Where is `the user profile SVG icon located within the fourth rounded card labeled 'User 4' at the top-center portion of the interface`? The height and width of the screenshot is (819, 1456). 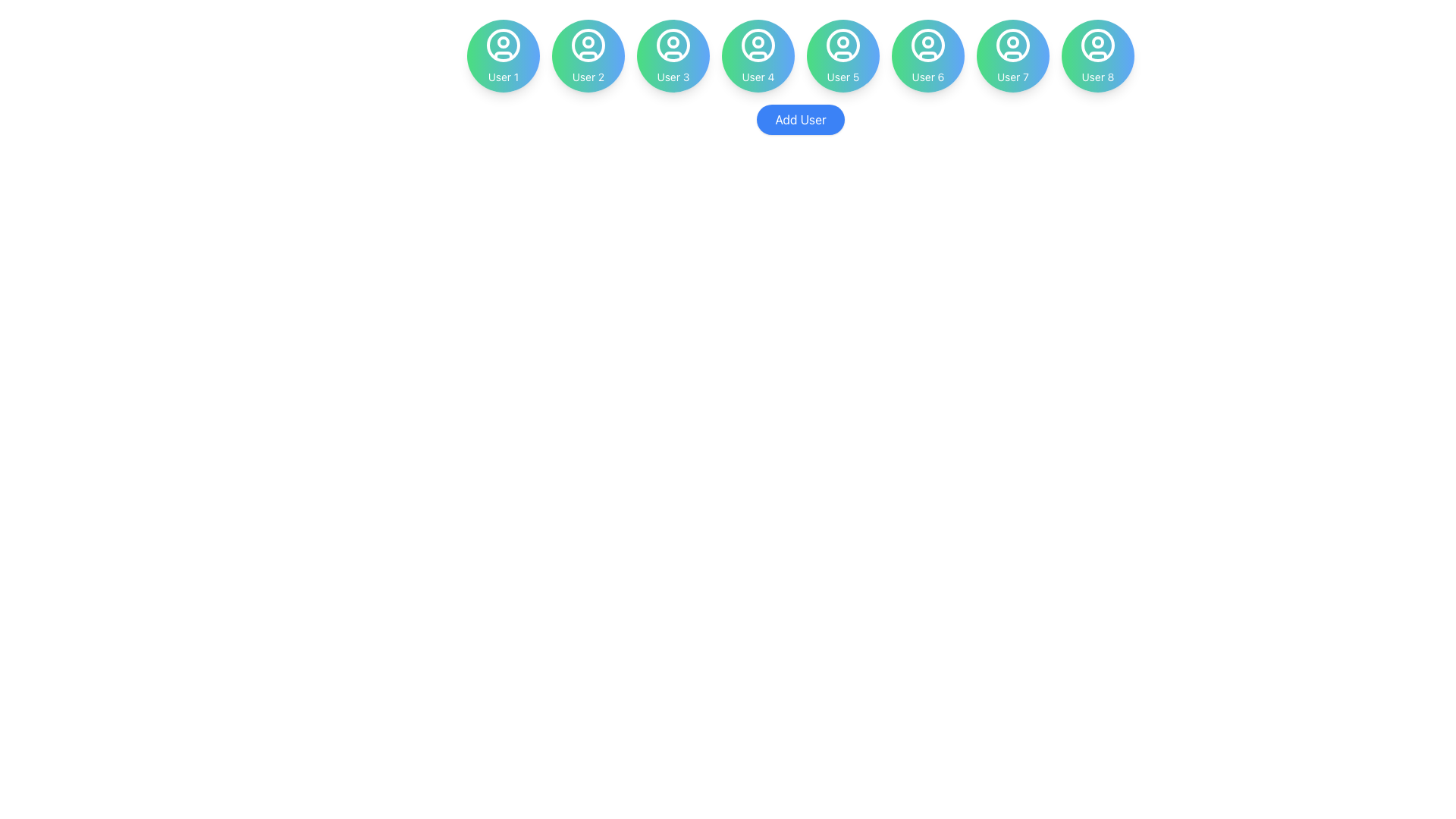 the user profile SVG icon located within the fourth rounded card labeled 'User 4' at the top-center portion of the interface is located at coordinates (758, 45).